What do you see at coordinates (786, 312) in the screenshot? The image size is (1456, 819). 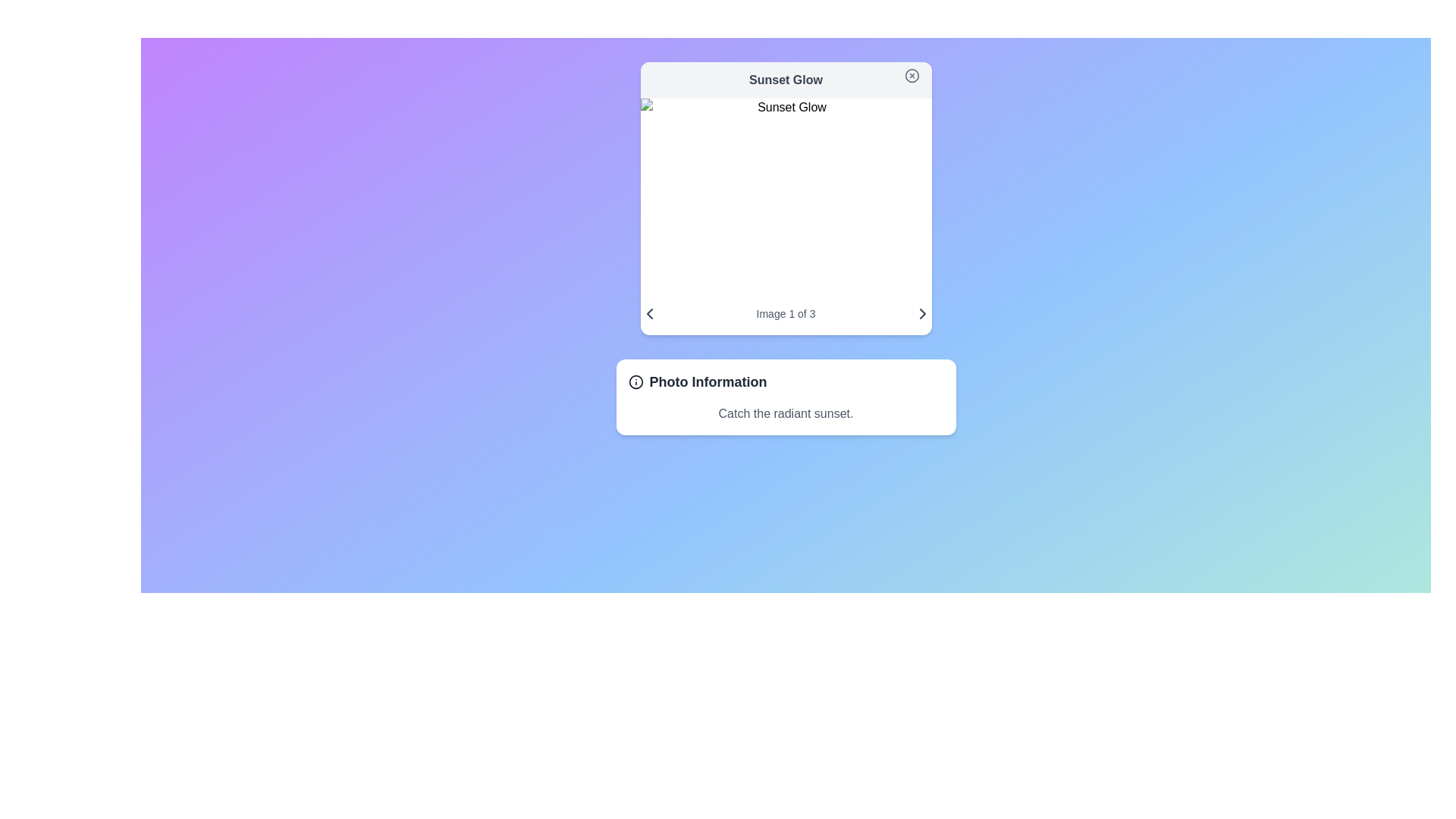 I see `the informational text label indicating the current image displayed out of a total number in a sequence or gallery, which is positioned centrally between the left and right arrow buttons at the bottom of the card` at bounding box center [786, 312].